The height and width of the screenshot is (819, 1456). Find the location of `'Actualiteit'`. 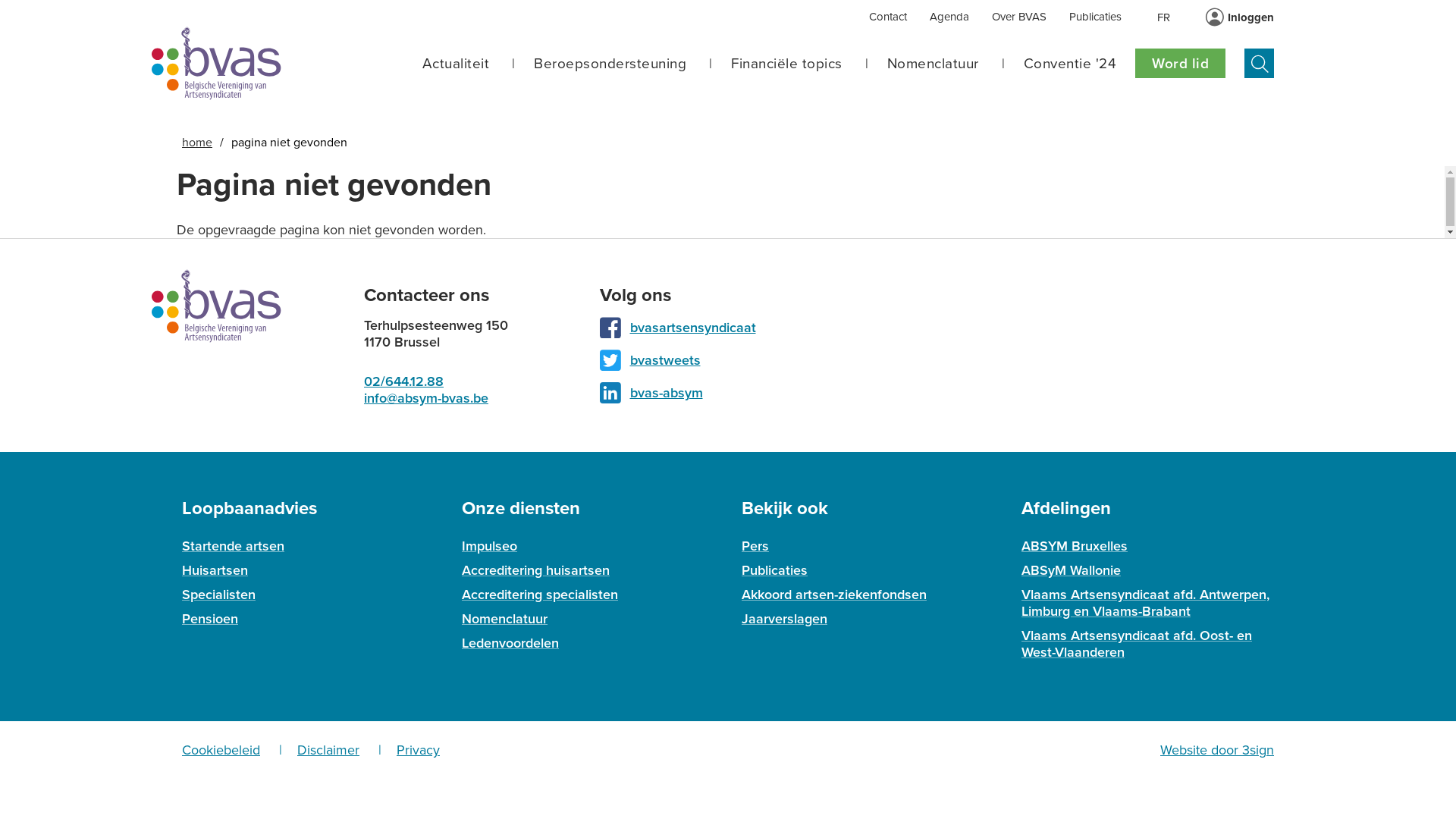

'Actualiteit' is located at coordinates (454, 63).